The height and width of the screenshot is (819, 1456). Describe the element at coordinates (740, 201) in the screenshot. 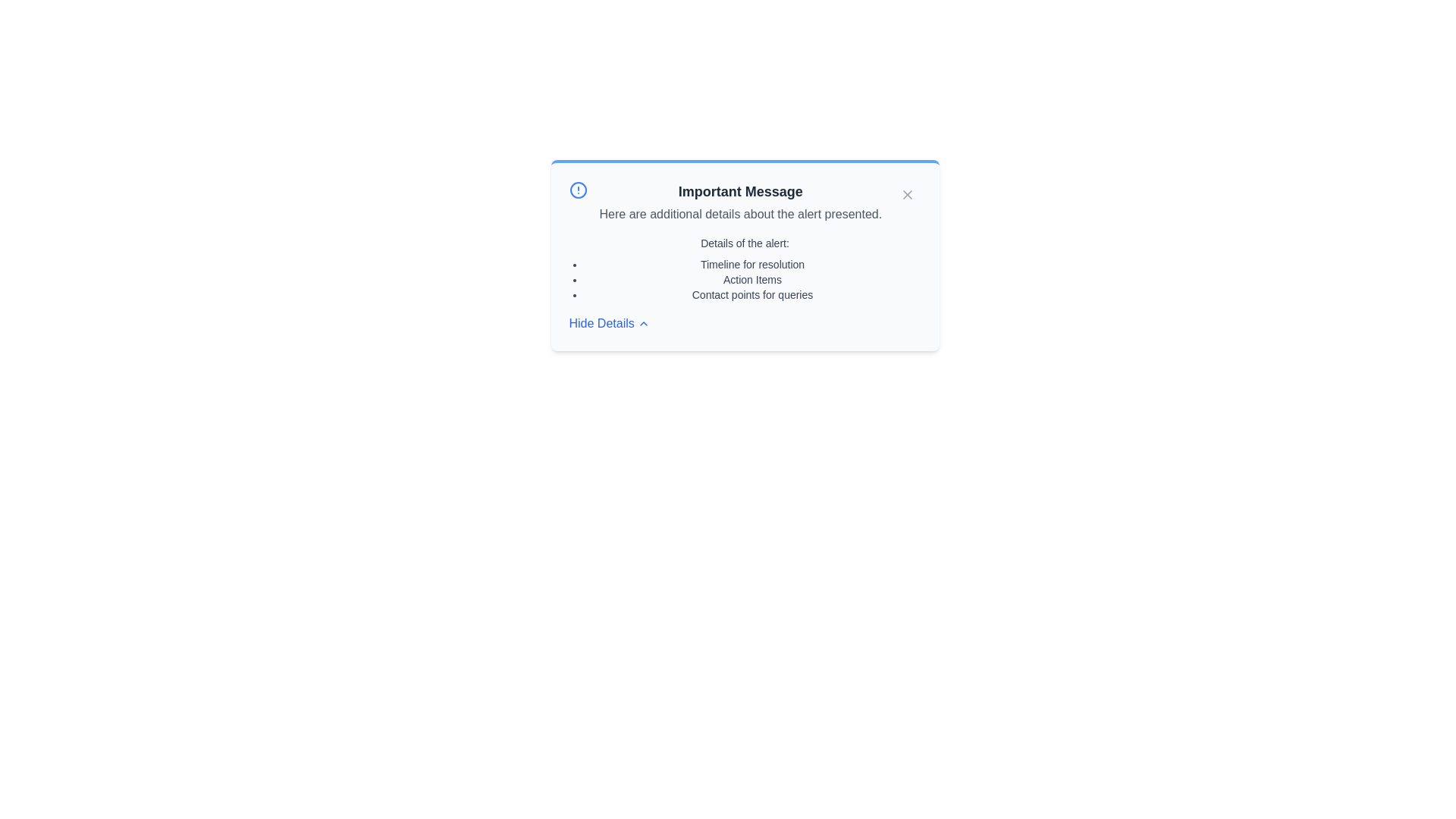

I see `important alert notification text block located at the center of the interface, to the right of the alert icon, containing a bold title and descriptive subtext` at that location.